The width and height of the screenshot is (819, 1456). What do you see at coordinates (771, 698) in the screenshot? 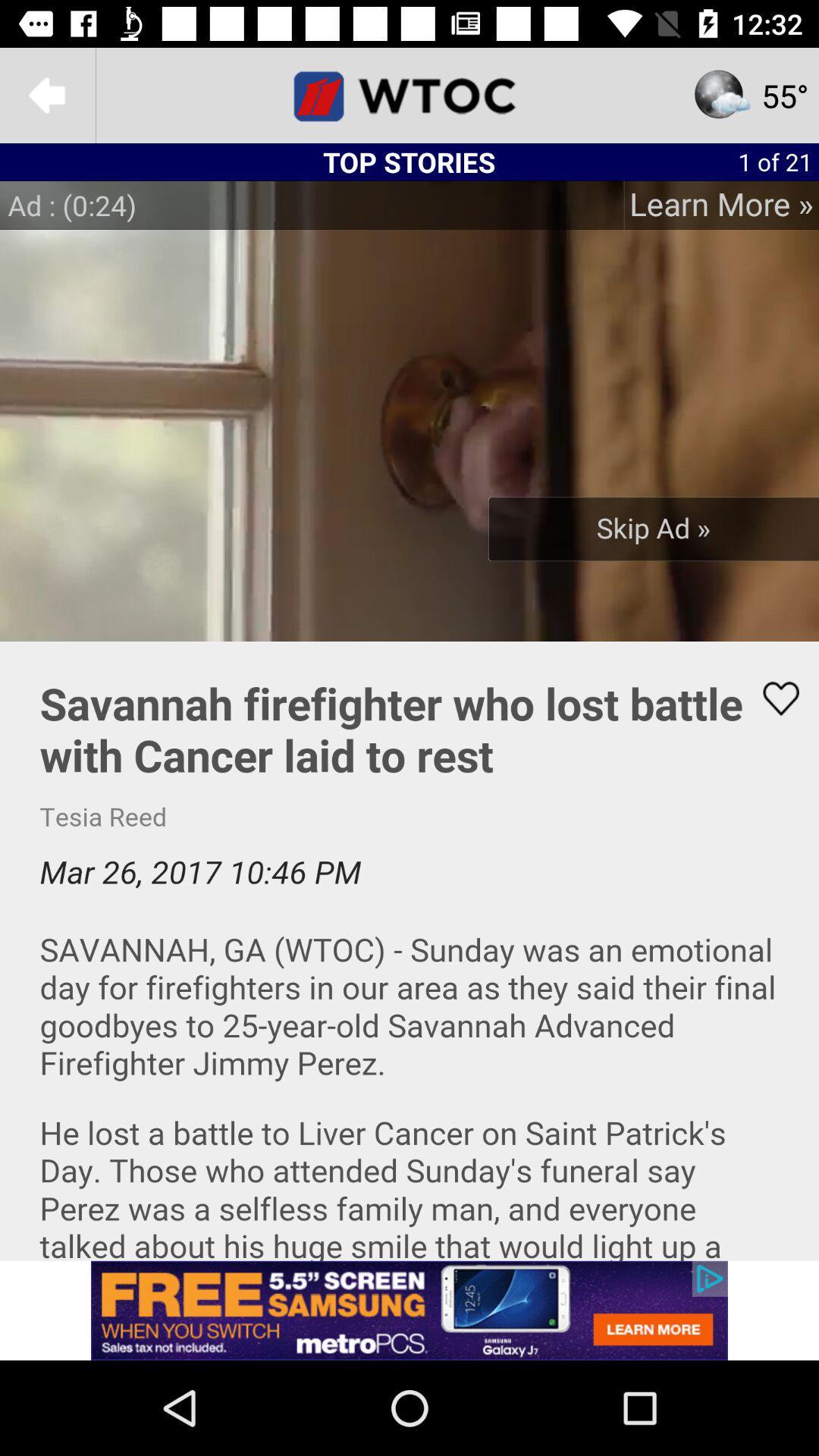
I see `favorites` at bounding box center [771, 698].